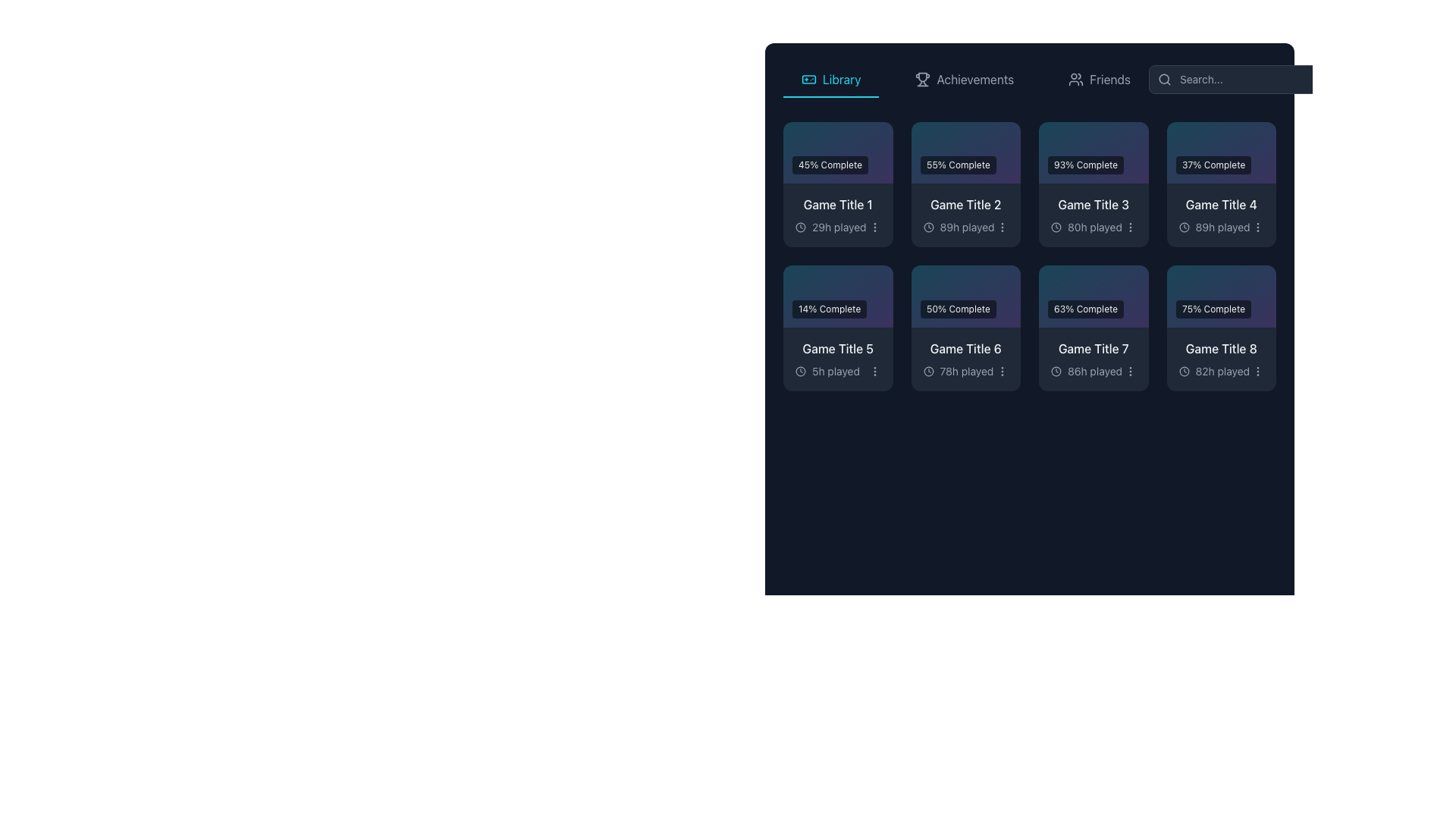 The width and height of the screenshot is (1456, 819). Describe the element at coordinates (1094, 296) in the screenshot. I see `progress percentage from the text label located in the fourth column and second row of the grid layout within the 'Library' section, positioned above 'Game Title 7' and '86h played'` at that location.